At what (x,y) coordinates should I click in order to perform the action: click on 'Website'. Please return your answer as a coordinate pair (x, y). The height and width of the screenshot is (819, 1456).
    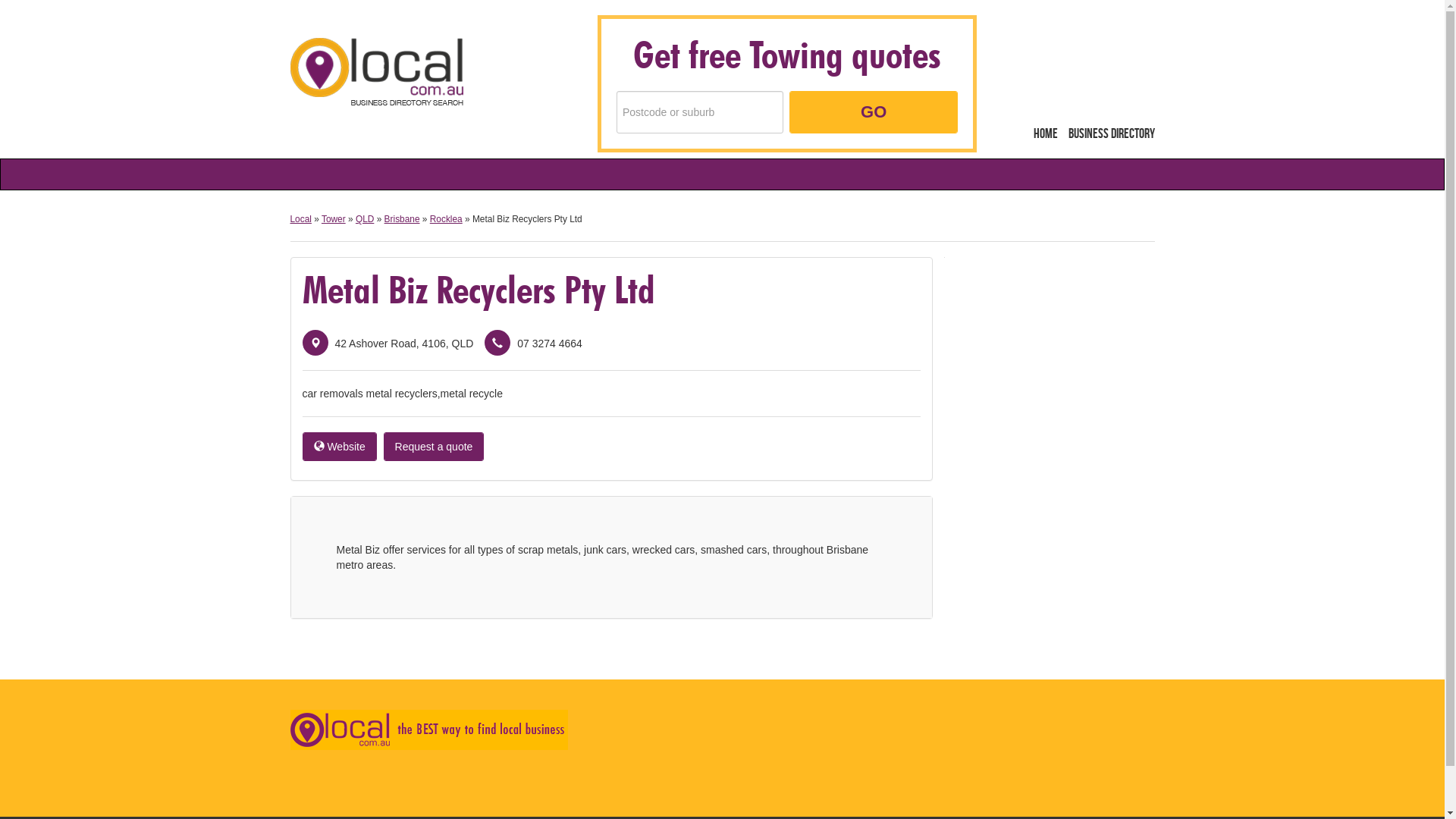
    Looking at the image, I should click on (302, 446).